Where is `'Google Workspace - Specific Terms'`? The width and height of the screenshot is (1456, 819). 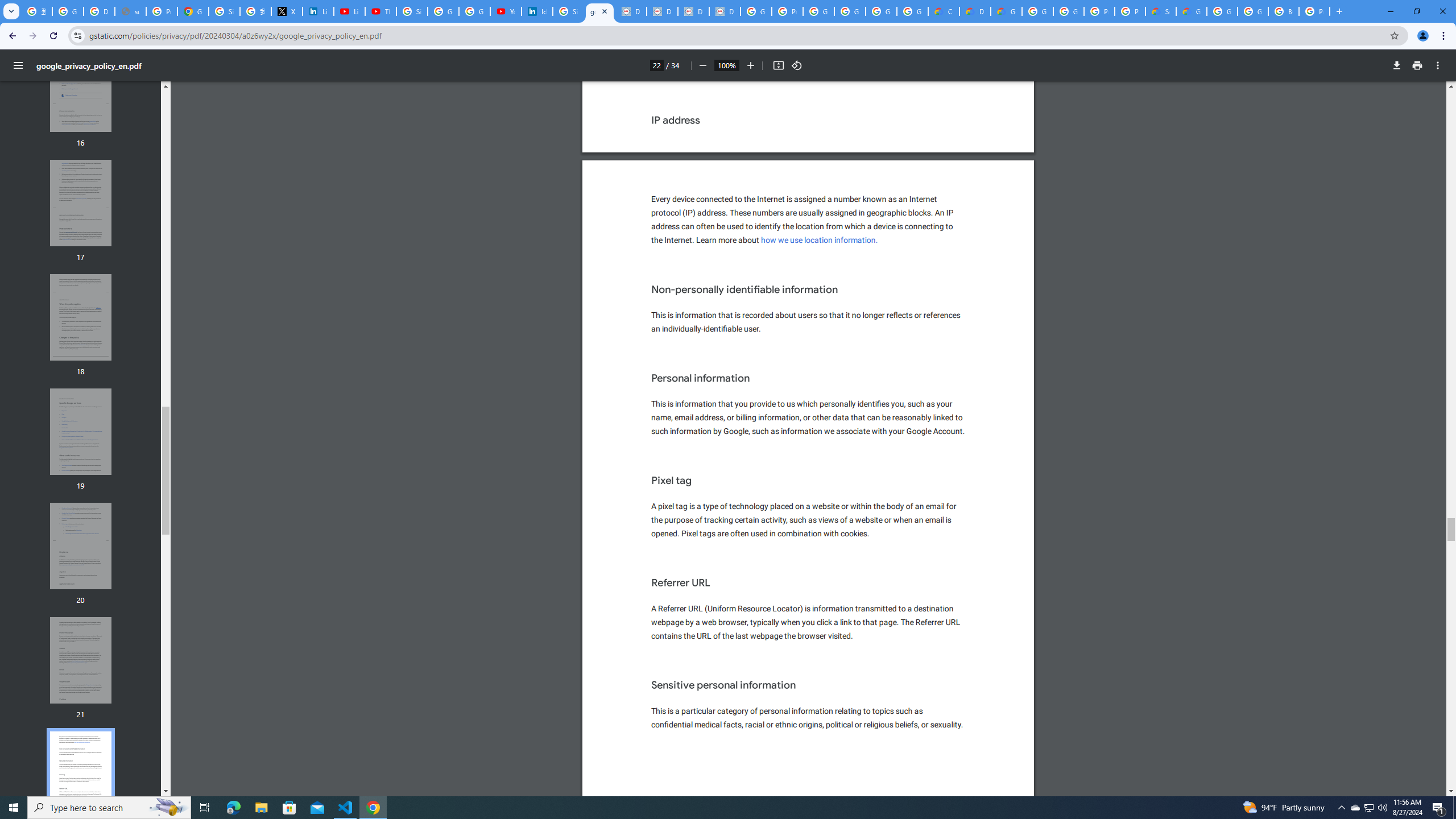 'Google Workspace - Specific Terms' is located at coordinates (911, 11).